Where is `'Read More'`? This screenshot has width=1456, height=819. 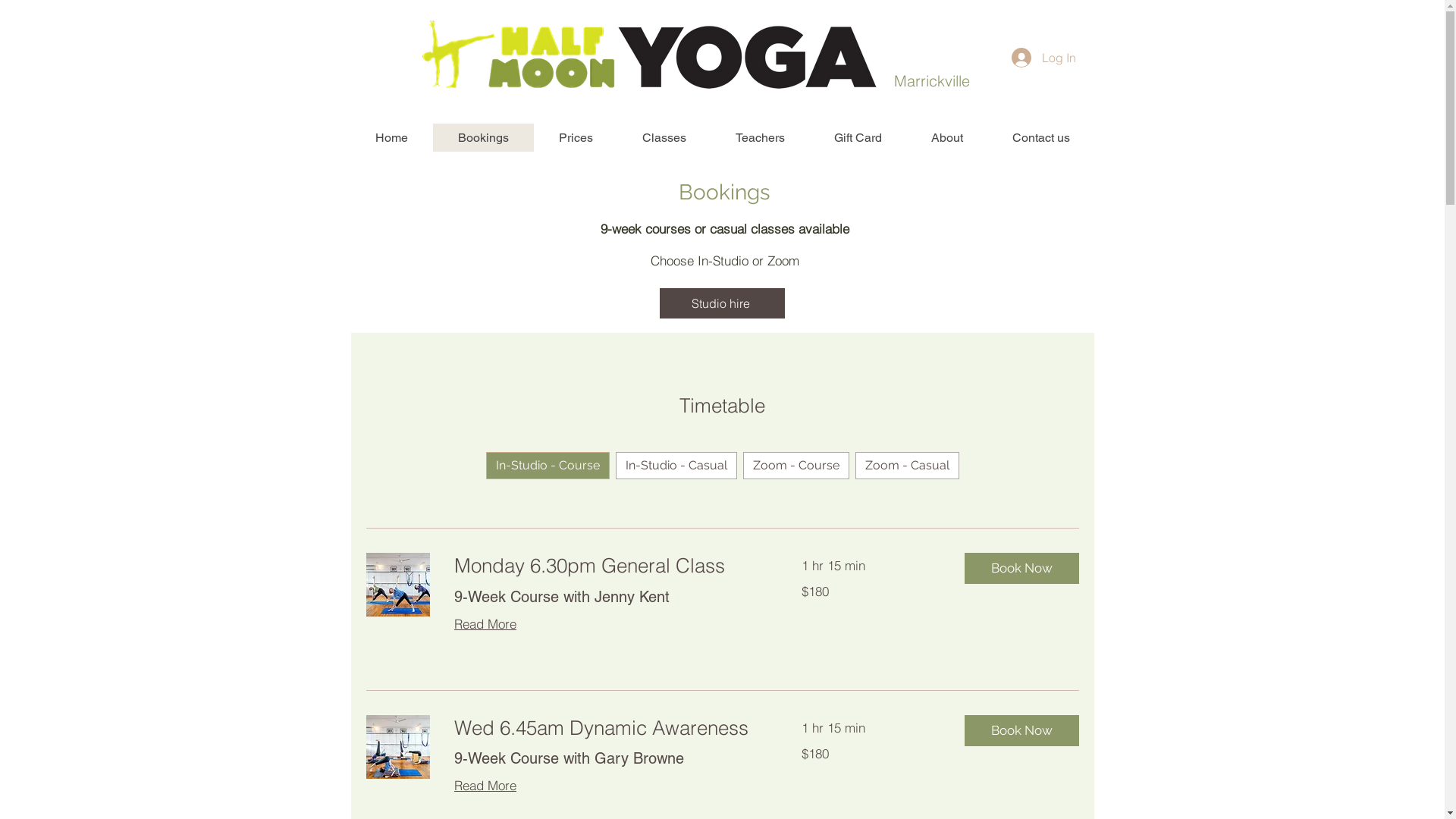
'Read More' is located at coordinates (483, 785).